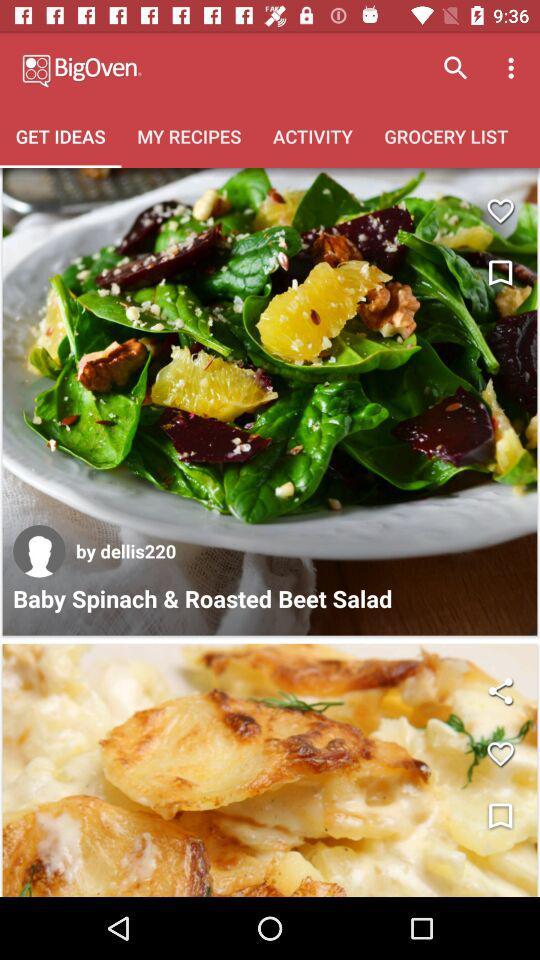 Image resolution: width=540 pixels, height=960 pixels. Describe the element at coordinates (39, 551) in the screenshot. I see `user info` at that location.